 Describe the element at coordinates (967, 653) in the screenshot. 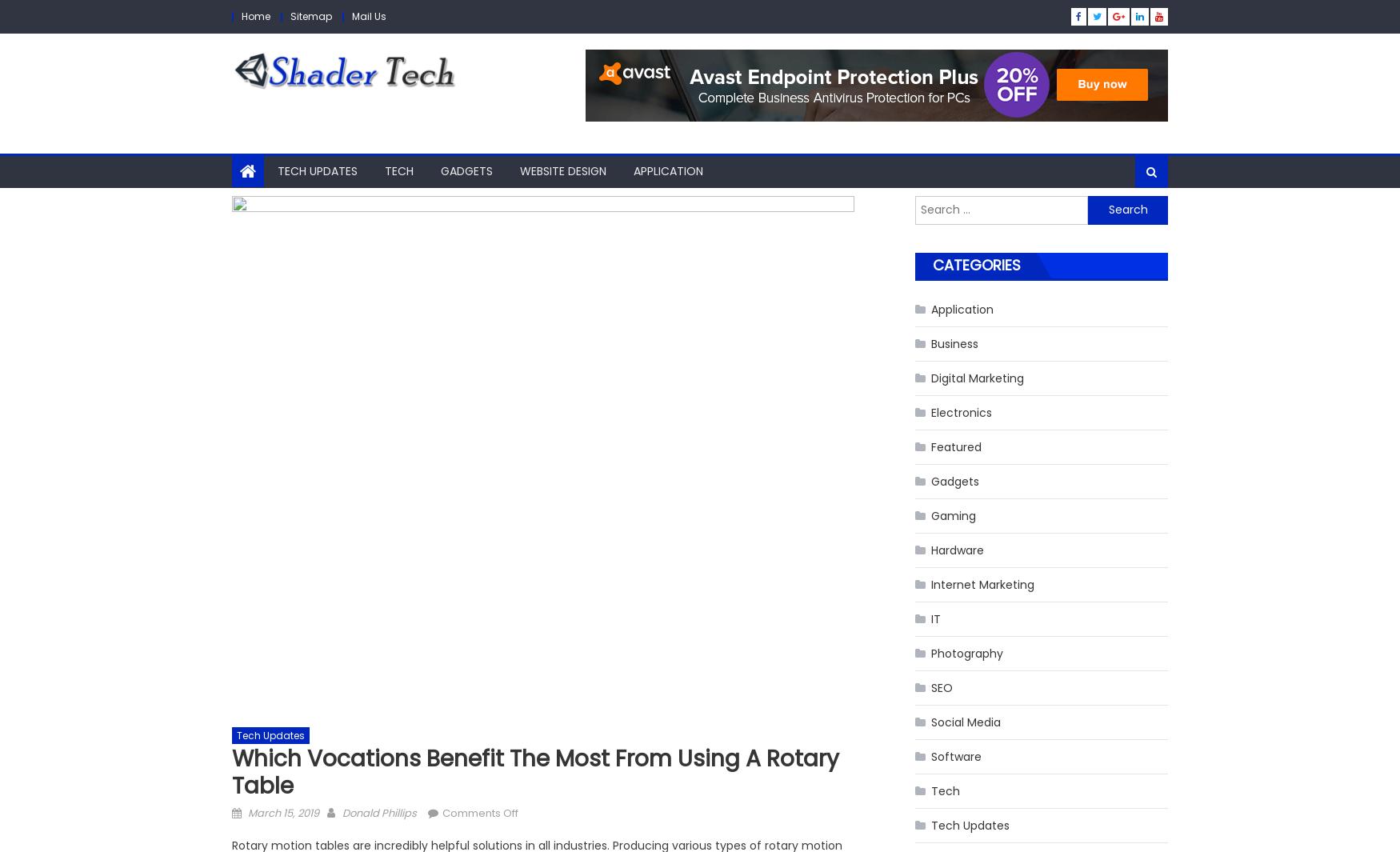

I see `'Photography'` at that location.